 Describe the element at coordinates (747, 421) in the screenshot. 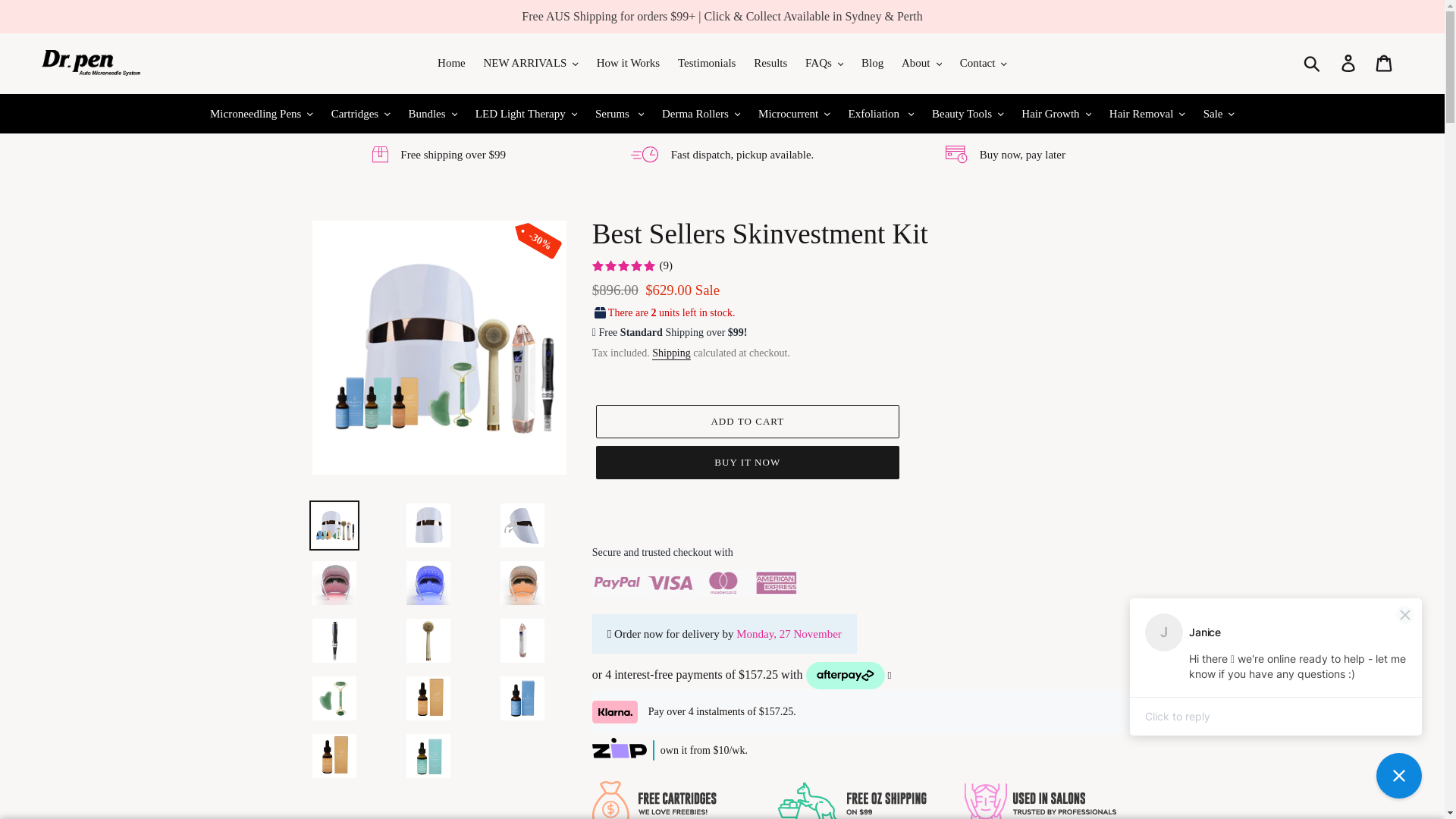

I see `'ADD TO CART'` at that location.